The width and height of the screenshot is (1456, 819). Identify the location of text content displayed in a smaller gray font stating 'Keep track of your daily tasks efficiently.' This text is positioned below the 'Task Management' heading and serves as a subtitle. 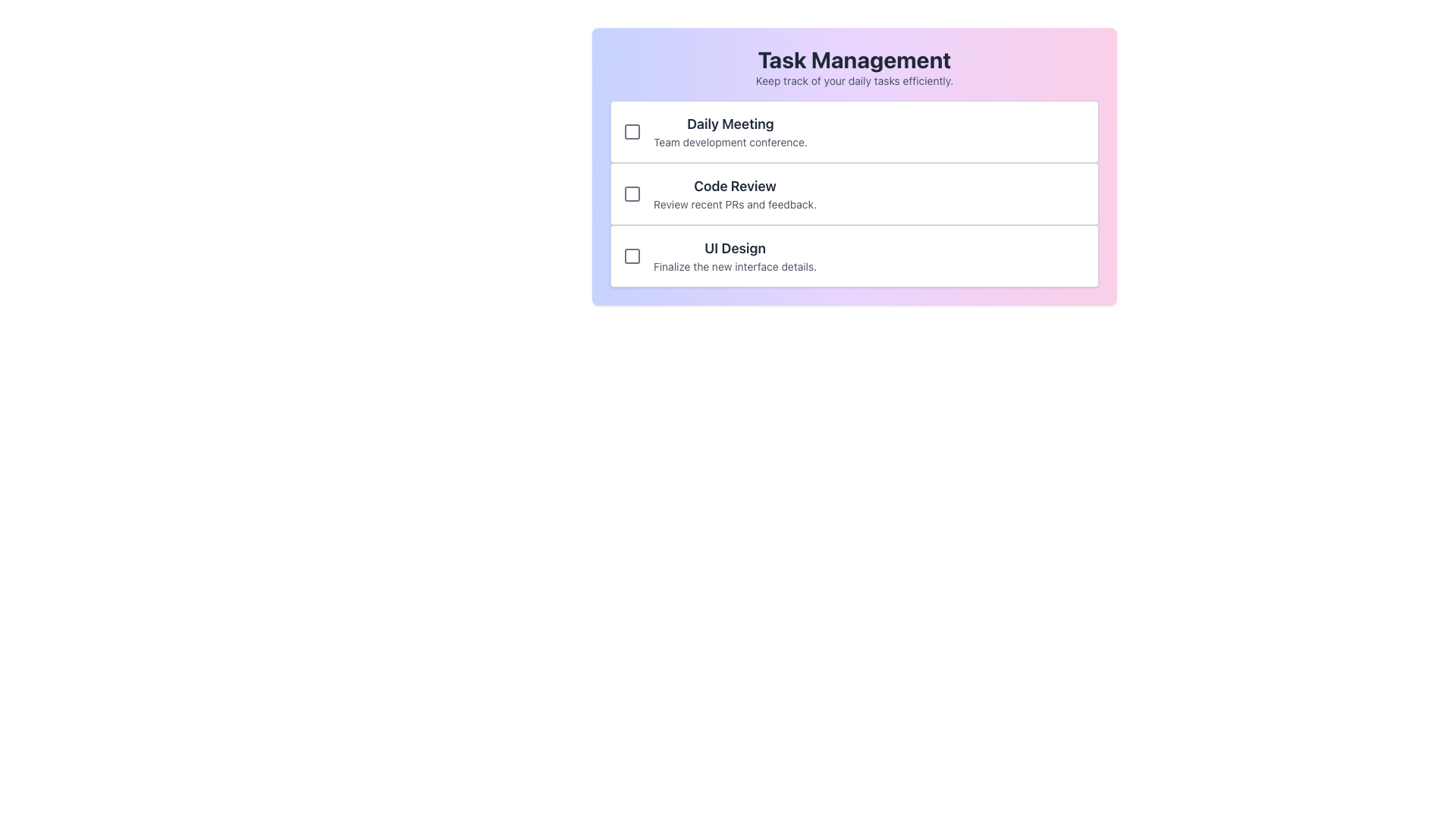
(855, 81).